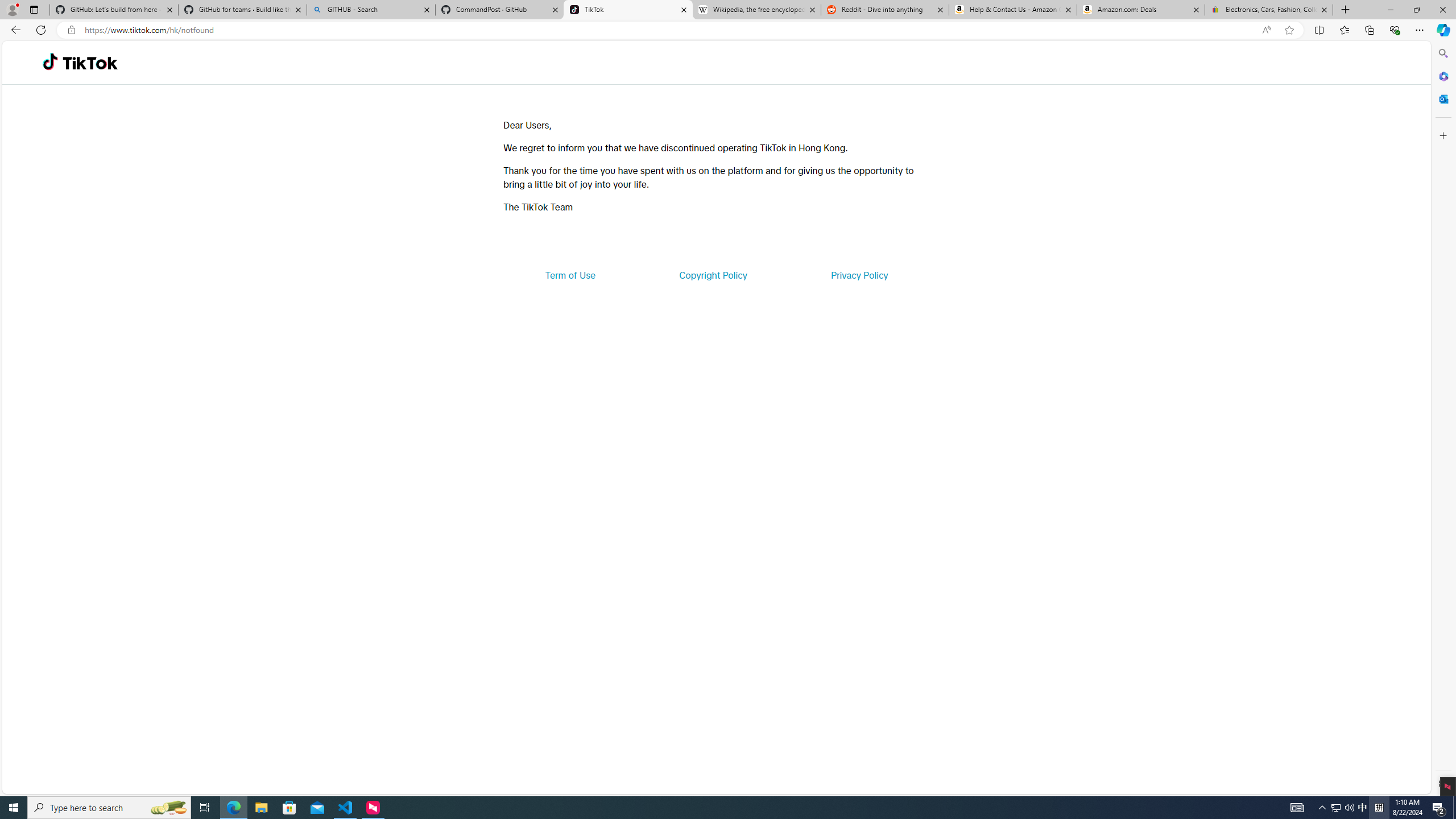 Image resolution: width=1456 pixels, height=819 pixels. What do you see at coordinates (570, 274) in the screenshot?
I see `'Term of Use'` at bounding box center [570, 274].